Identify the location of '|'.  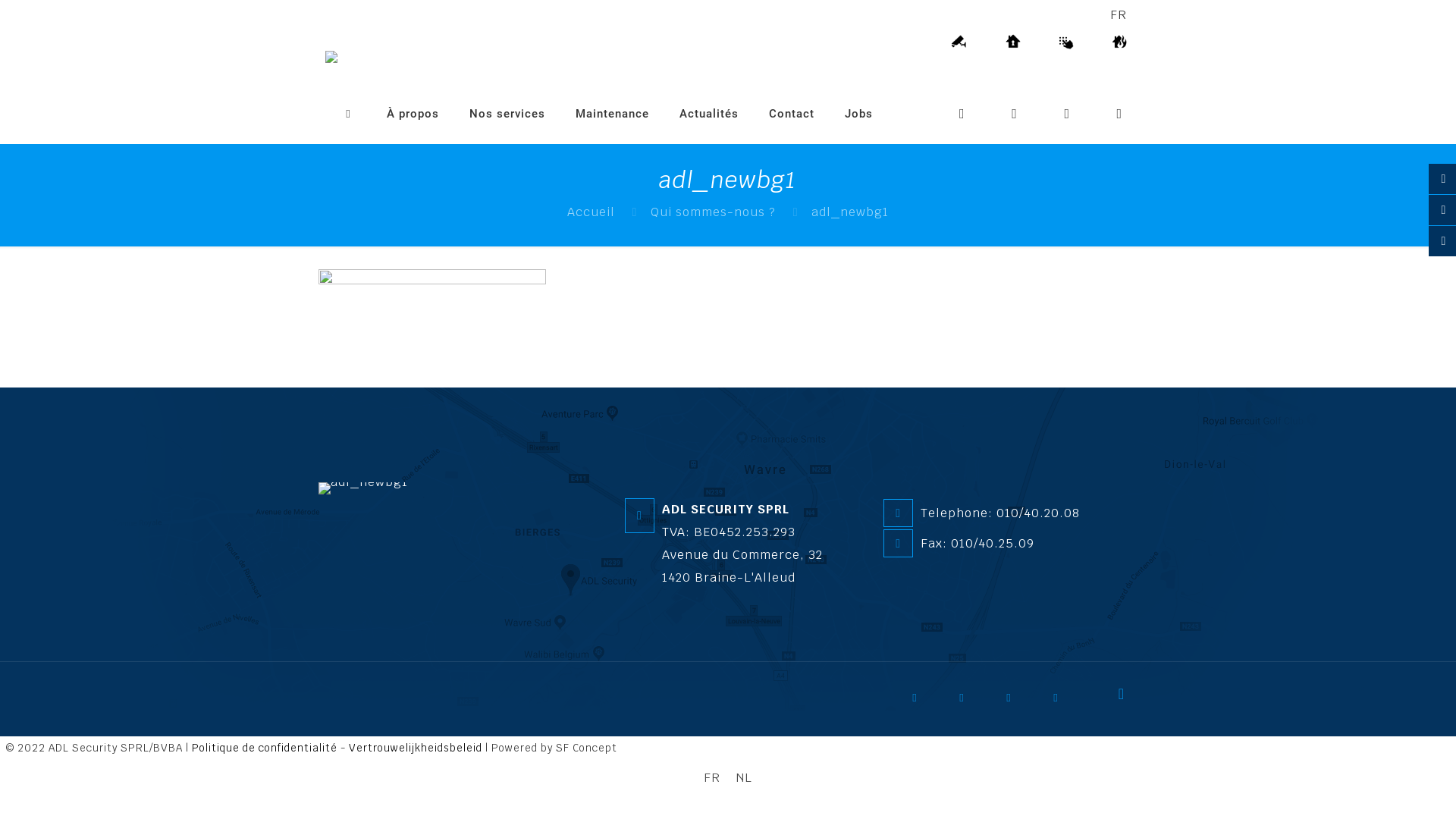
(0, 747).